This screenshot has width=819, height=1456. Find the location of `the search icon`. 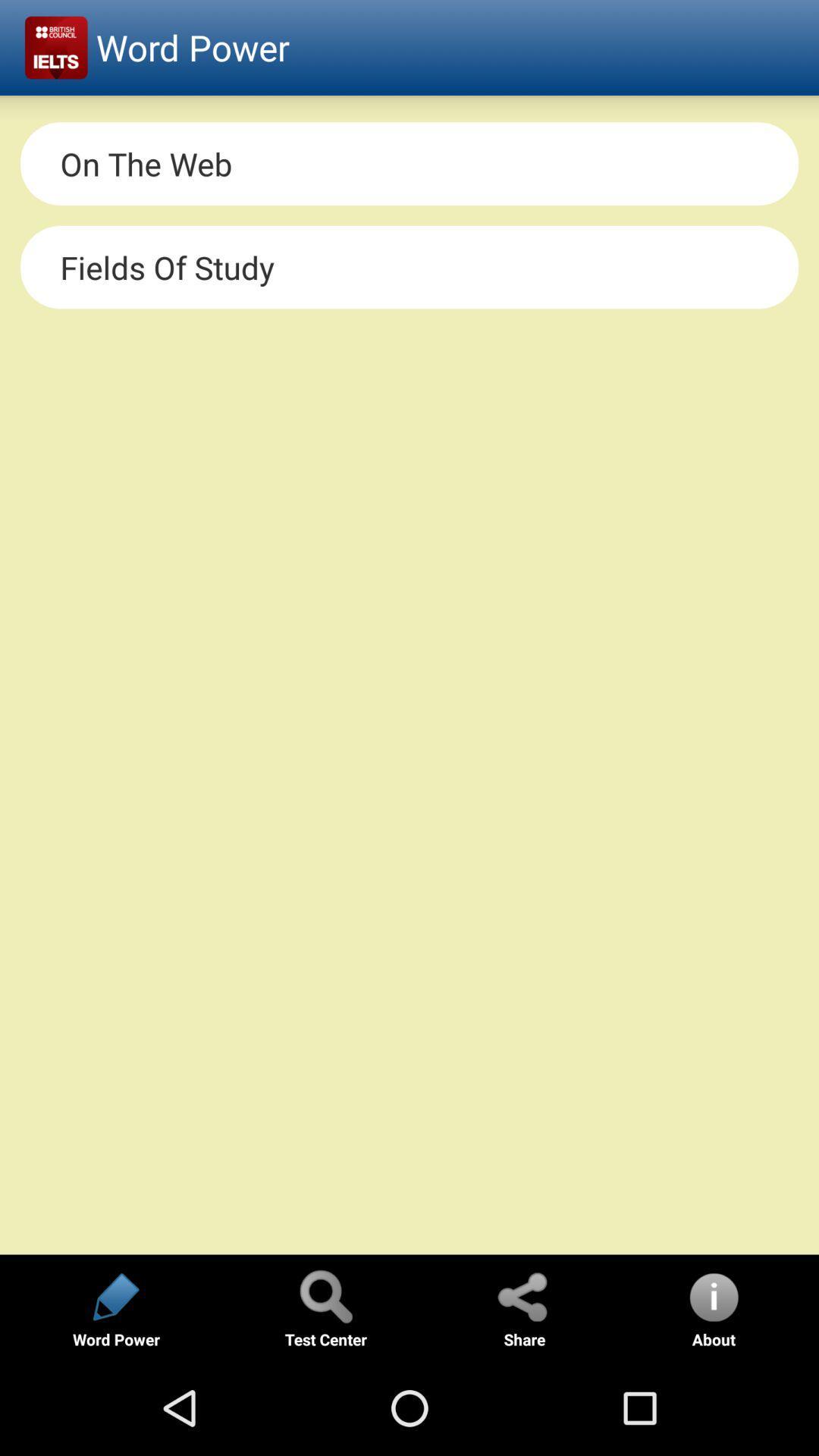

the search icon is located at coordinates (325, 1388).